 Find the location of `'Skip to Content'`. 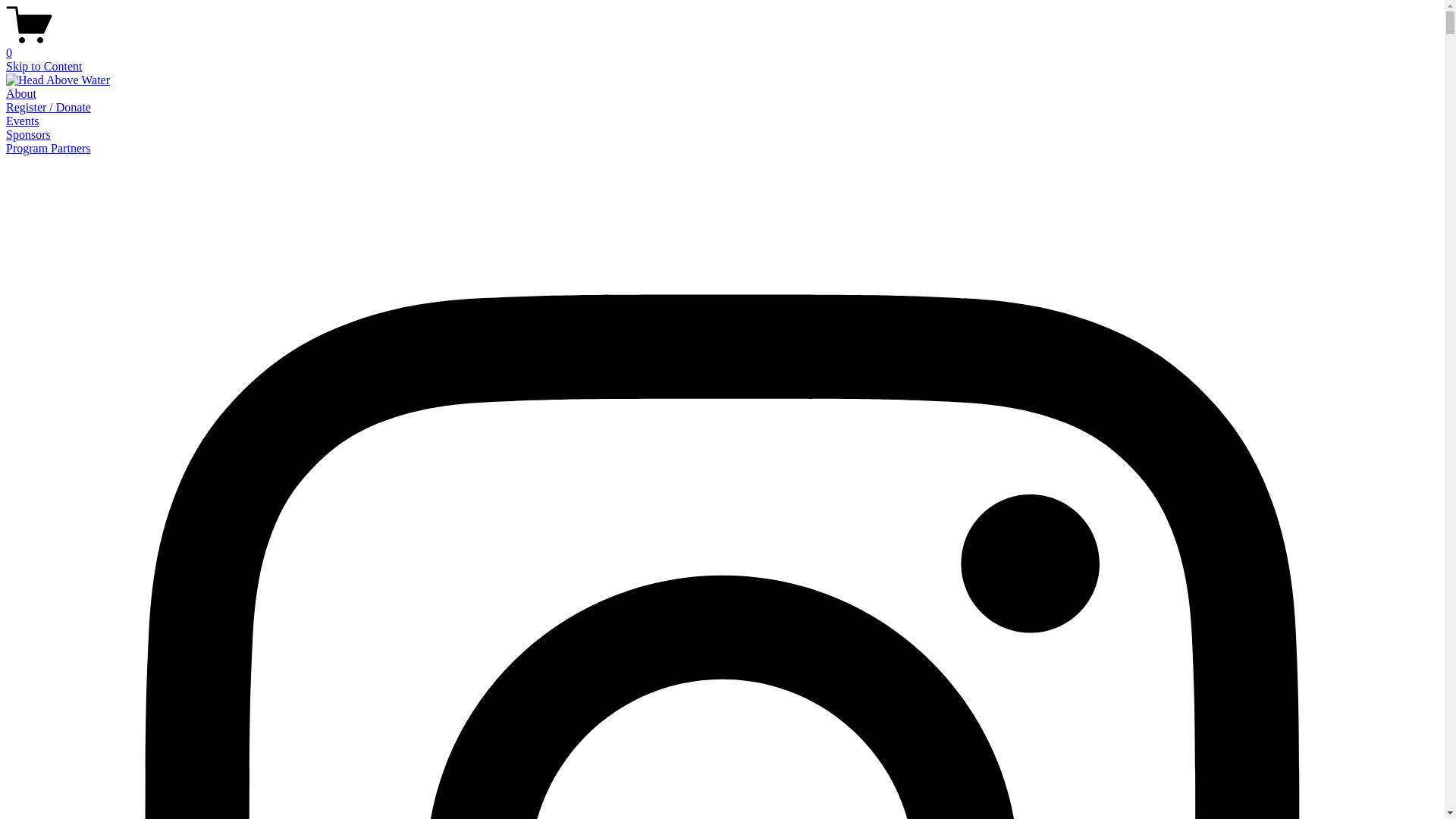

'Skip to Content' is located at coordinates (43, 65).